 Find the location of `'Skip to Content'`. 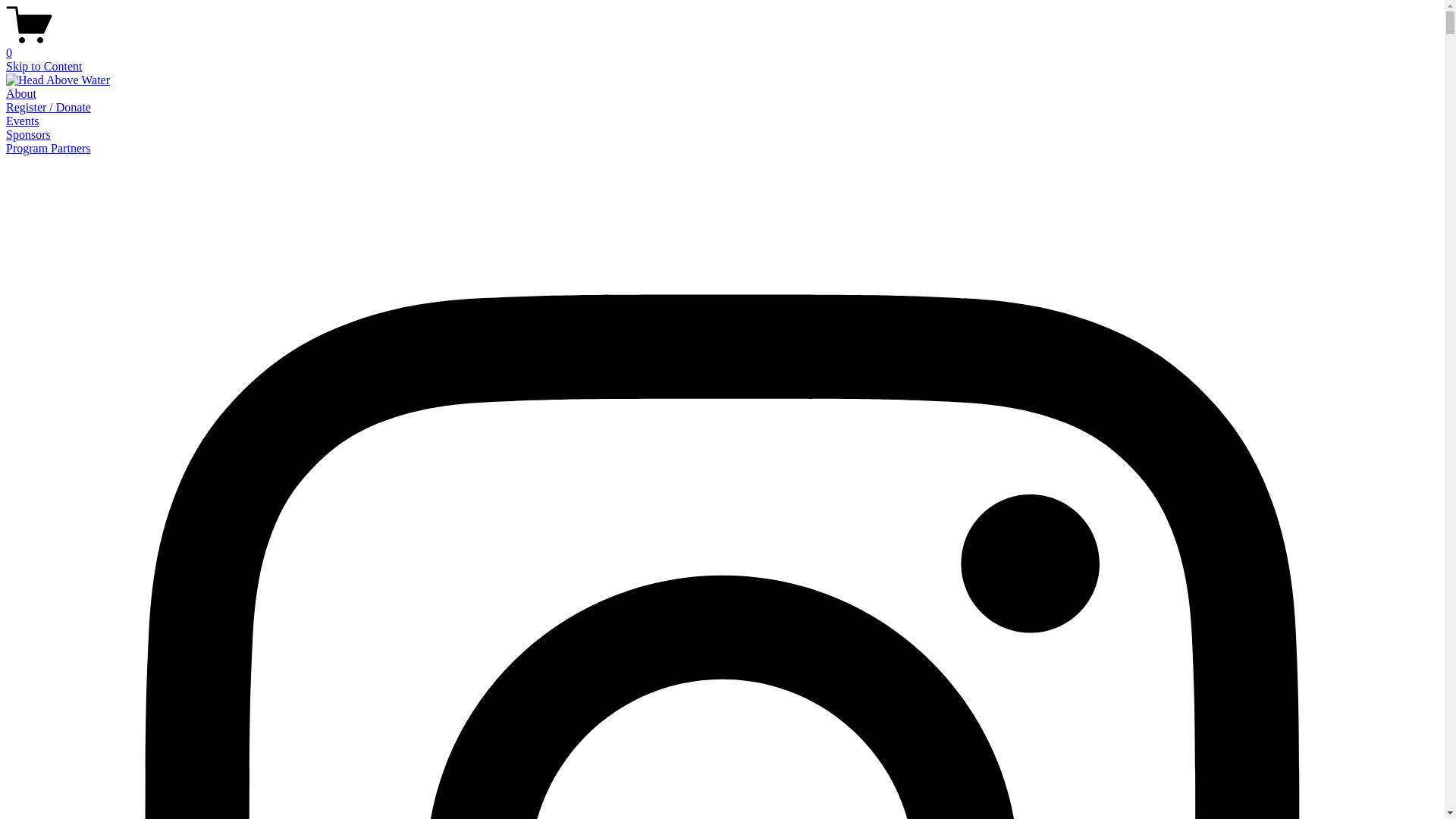

'Skip to Content' is located at coordinates (43, 65).